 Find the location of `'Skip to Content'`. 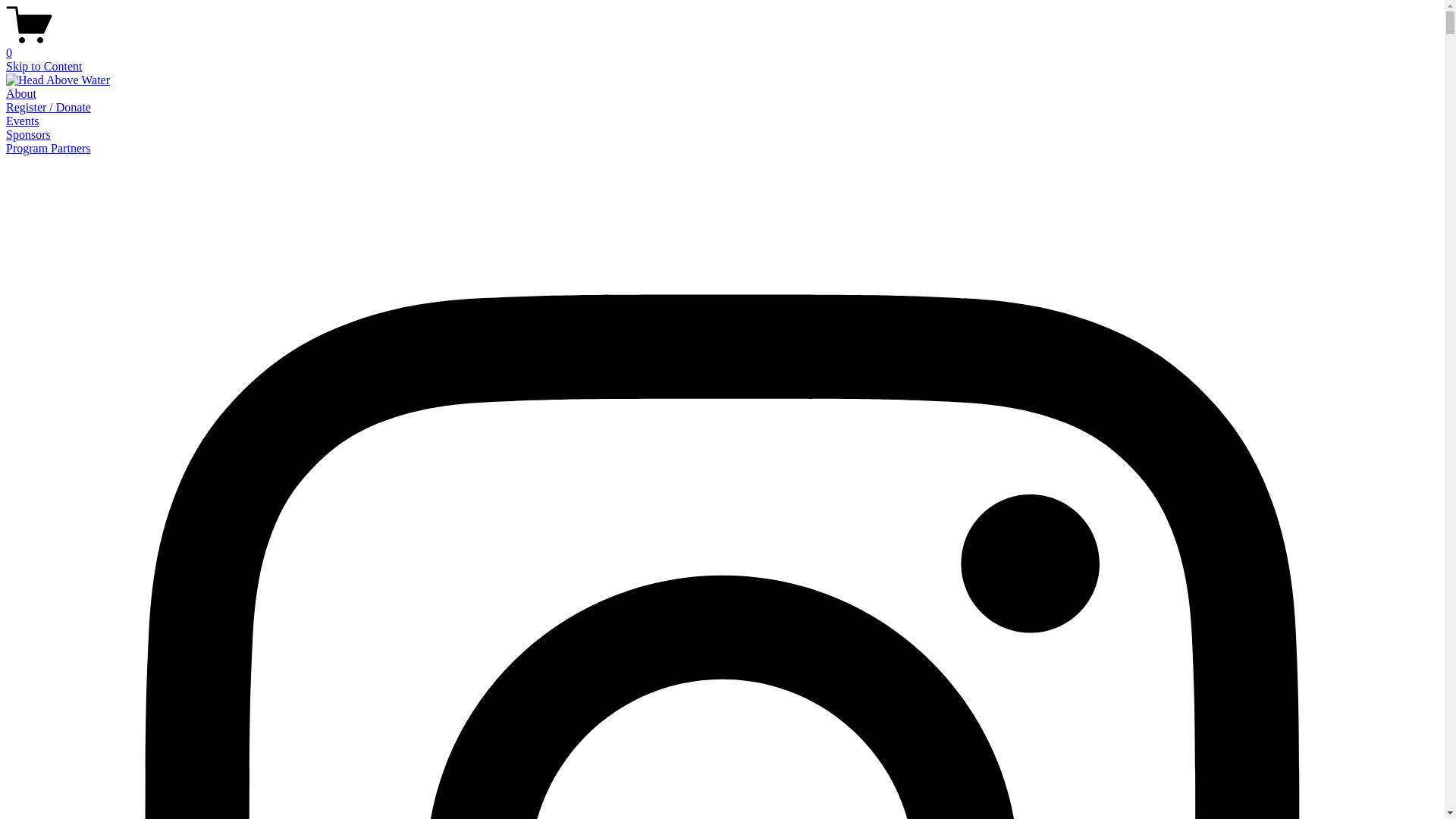

'Skip to Content' is located at coordinates (43, 65).